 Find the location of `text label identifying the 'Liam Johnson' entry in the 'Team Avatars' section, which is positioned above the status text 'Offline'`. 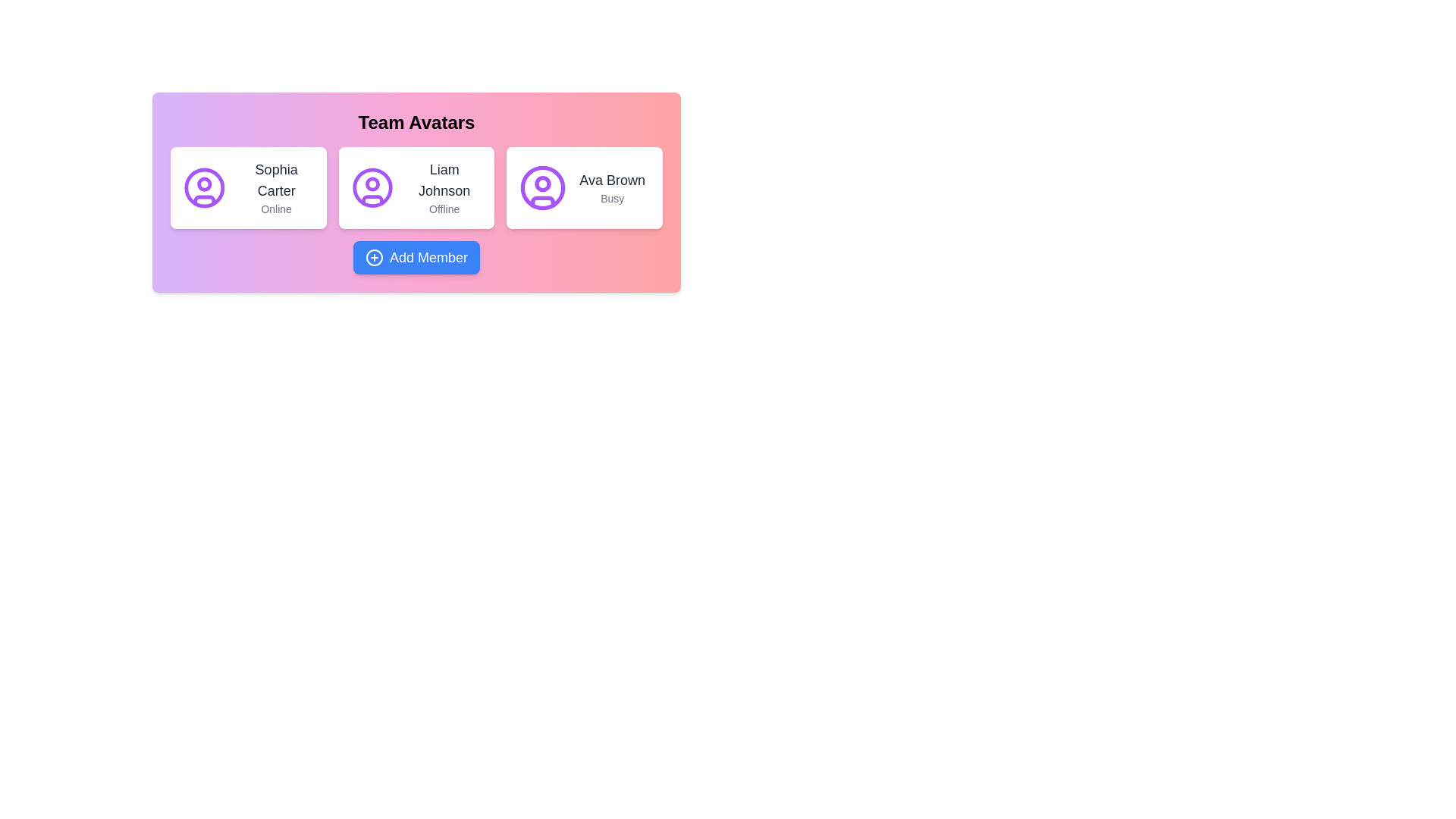

text label identifying the 'Liam Johnson' entry in the 'Team Avatars' section, which is positioned above the status text 'Offline' is located at coordinates (444, 180).